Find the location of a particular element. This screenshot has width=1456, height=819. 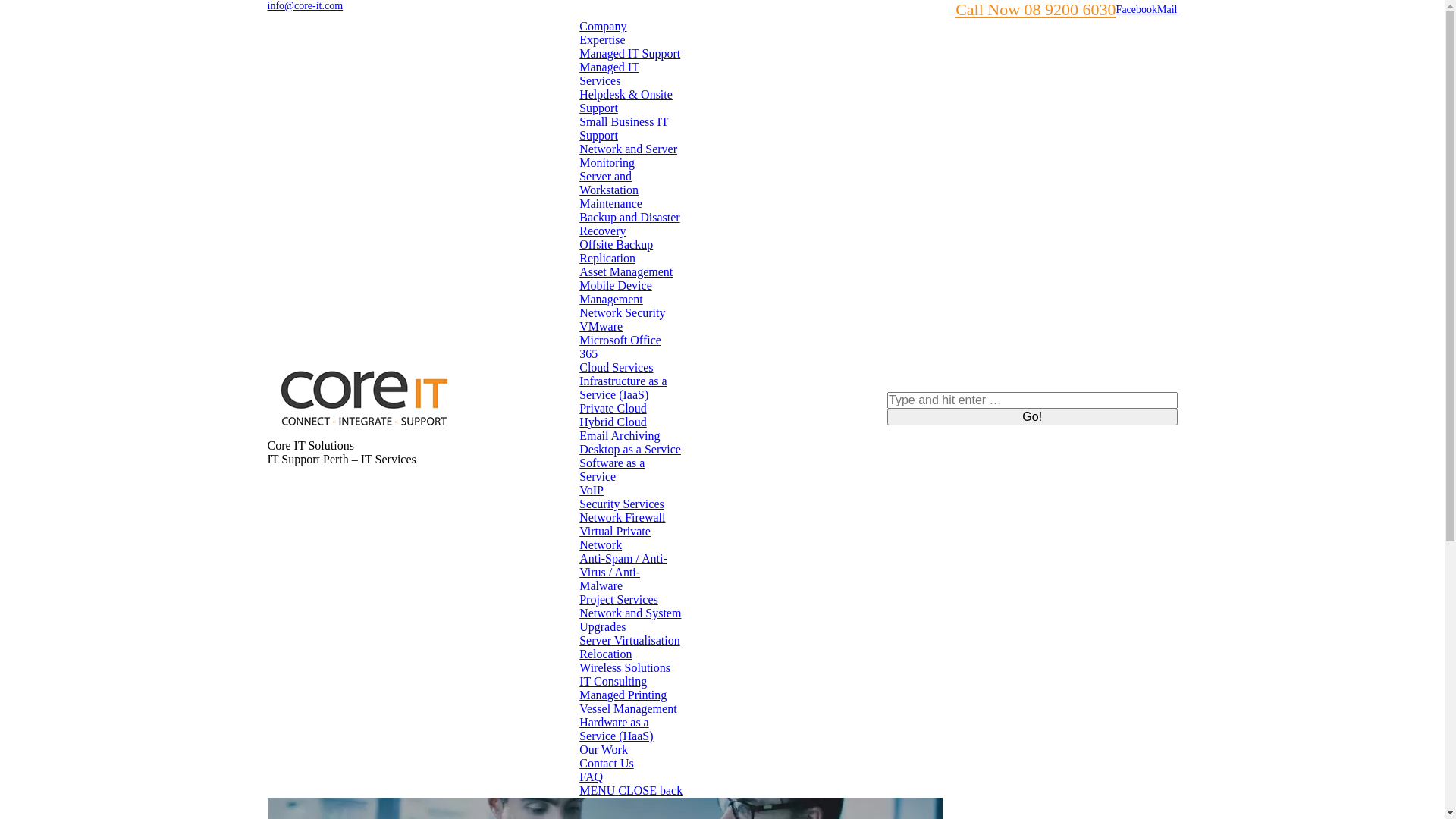

'Network and System Upgrades' is located at coordinates (629, 620).